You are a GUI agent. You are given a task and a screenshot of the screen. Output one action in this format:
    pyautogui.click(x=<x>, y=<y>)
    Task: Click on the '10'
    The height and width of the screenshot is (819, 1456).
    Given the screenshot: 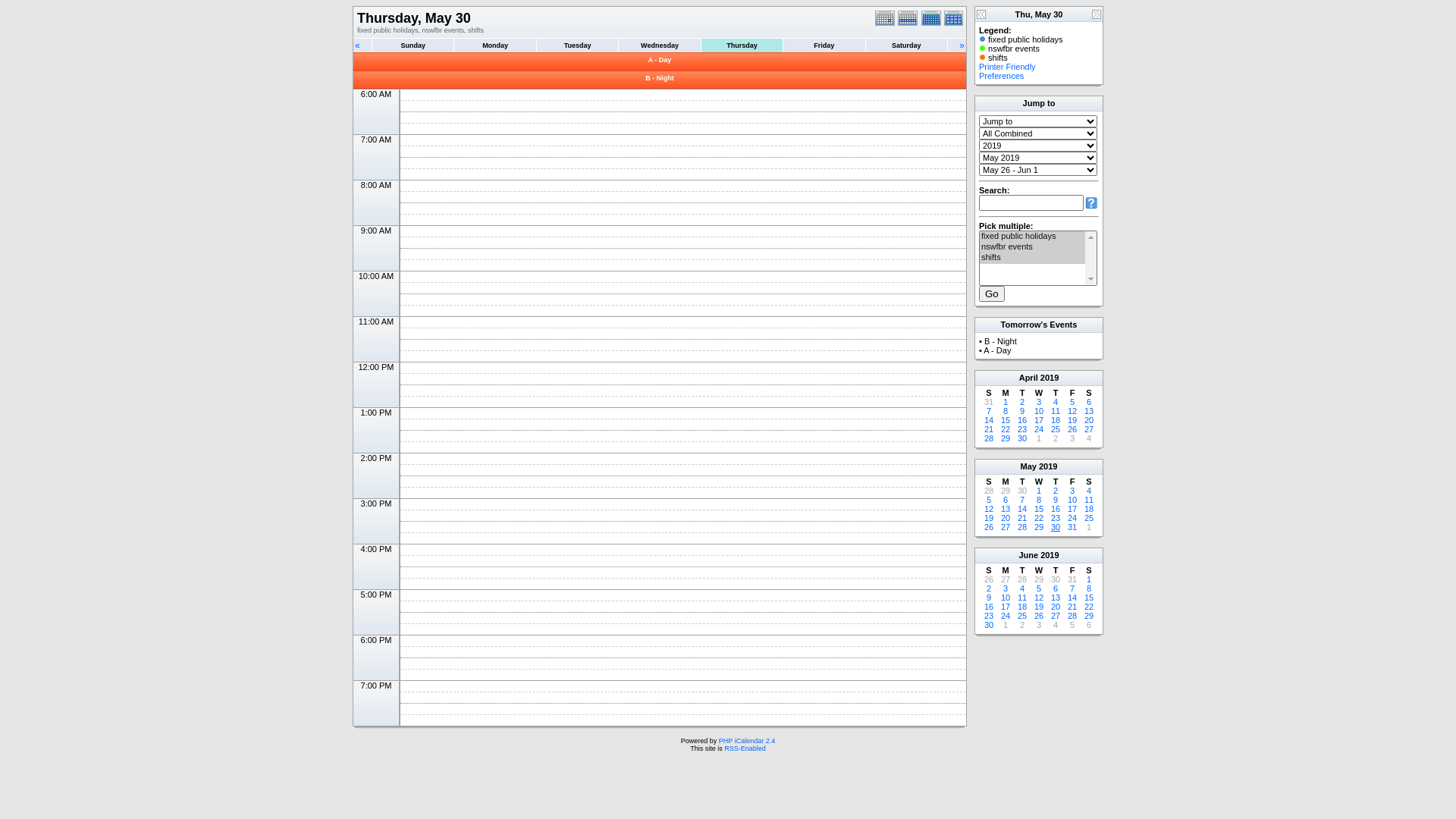 What is the action you would take?
    pyautogui.click(x=1037, y=411)
    